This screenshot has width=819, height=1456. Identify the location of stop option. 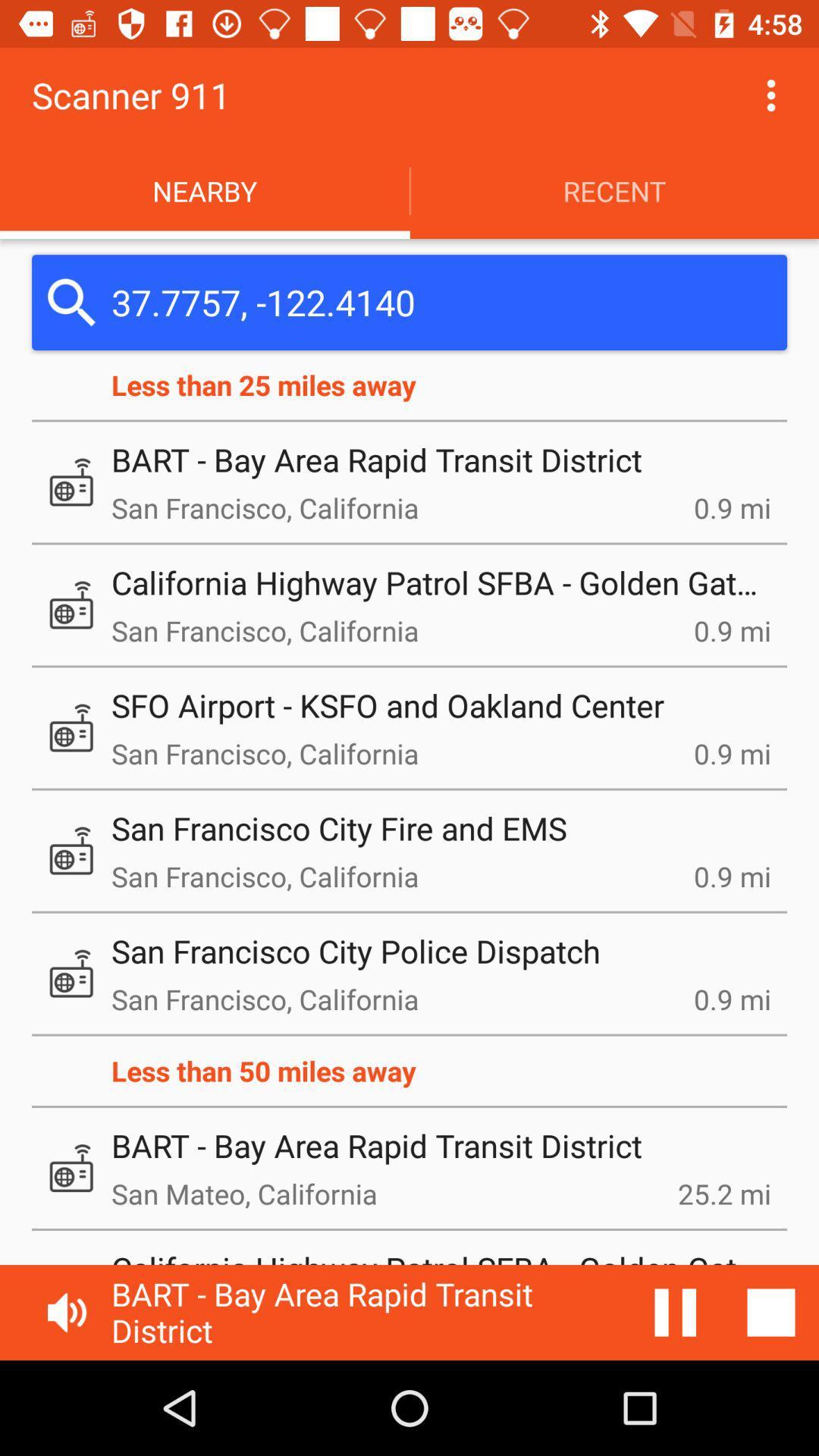
(771, 1312).